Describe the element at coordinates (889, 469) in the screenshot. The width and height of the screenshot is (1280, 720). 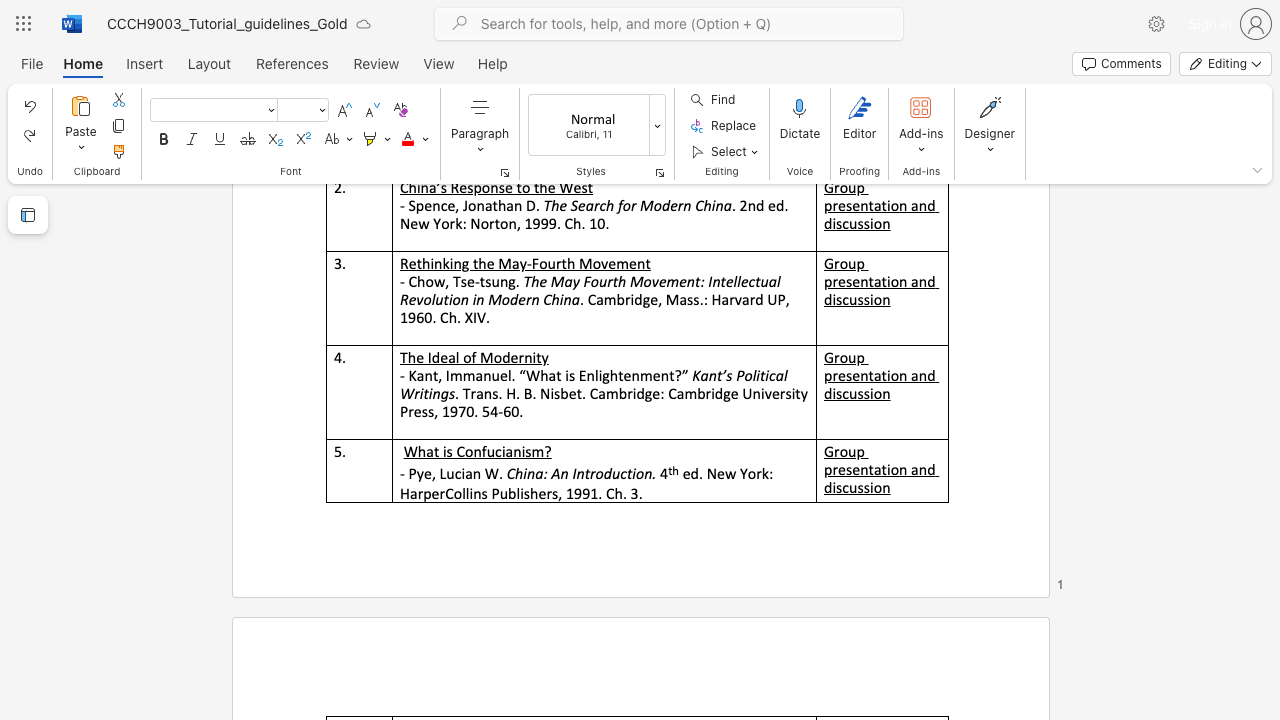
I see `the subset text "on and discu" within the text "Group presentation and discussion"` at that location.